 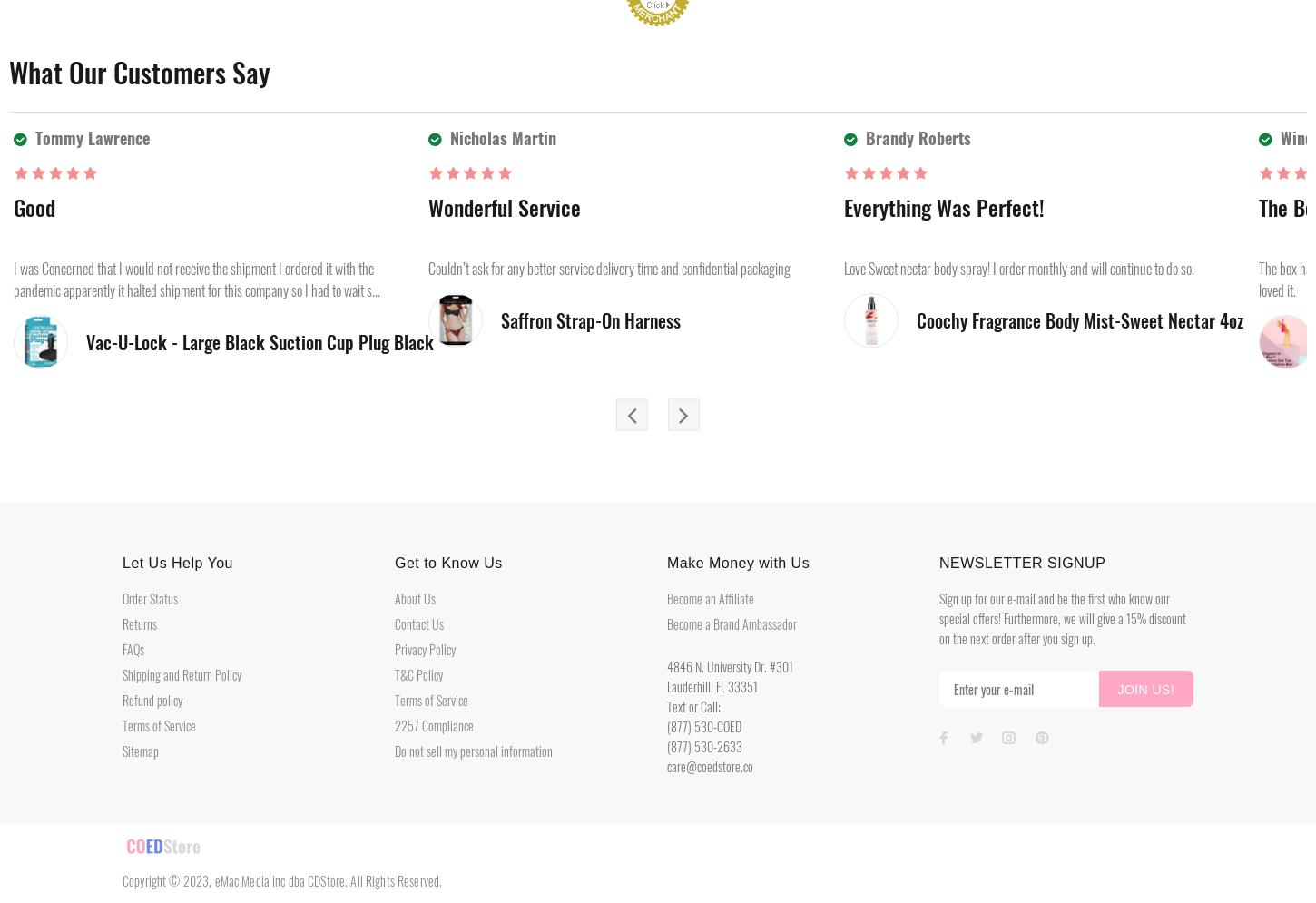 I want to click on 'What Our Customers Say', so click(x=138, y=72).